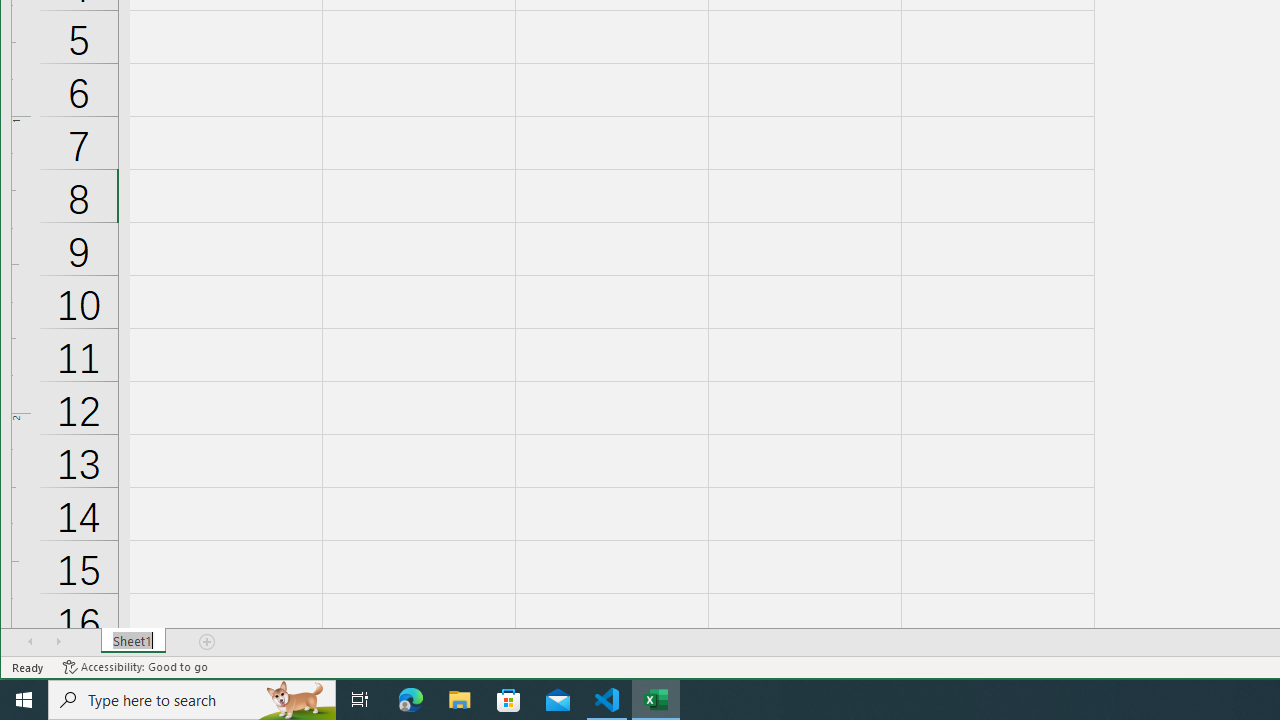 This screenshot has width=1280, height=720. What do you see at coordinates (24, 698) in the screenshot?
I see `'Start'` at bounding box center [24, 698].